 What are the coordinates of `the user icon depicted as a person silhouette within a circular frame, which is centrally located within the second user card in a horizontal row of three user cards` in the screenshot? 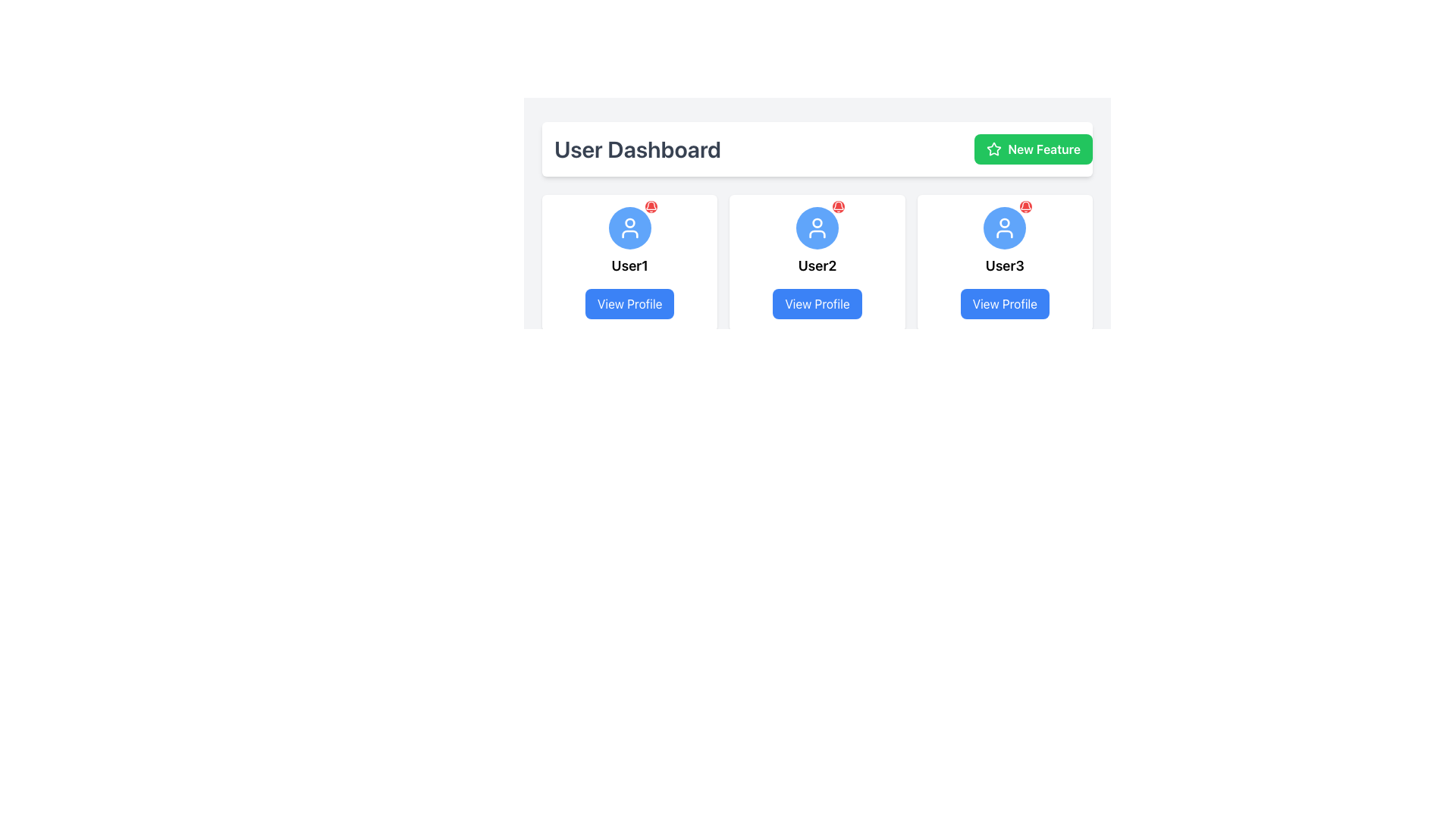 It's located at (629, 227).